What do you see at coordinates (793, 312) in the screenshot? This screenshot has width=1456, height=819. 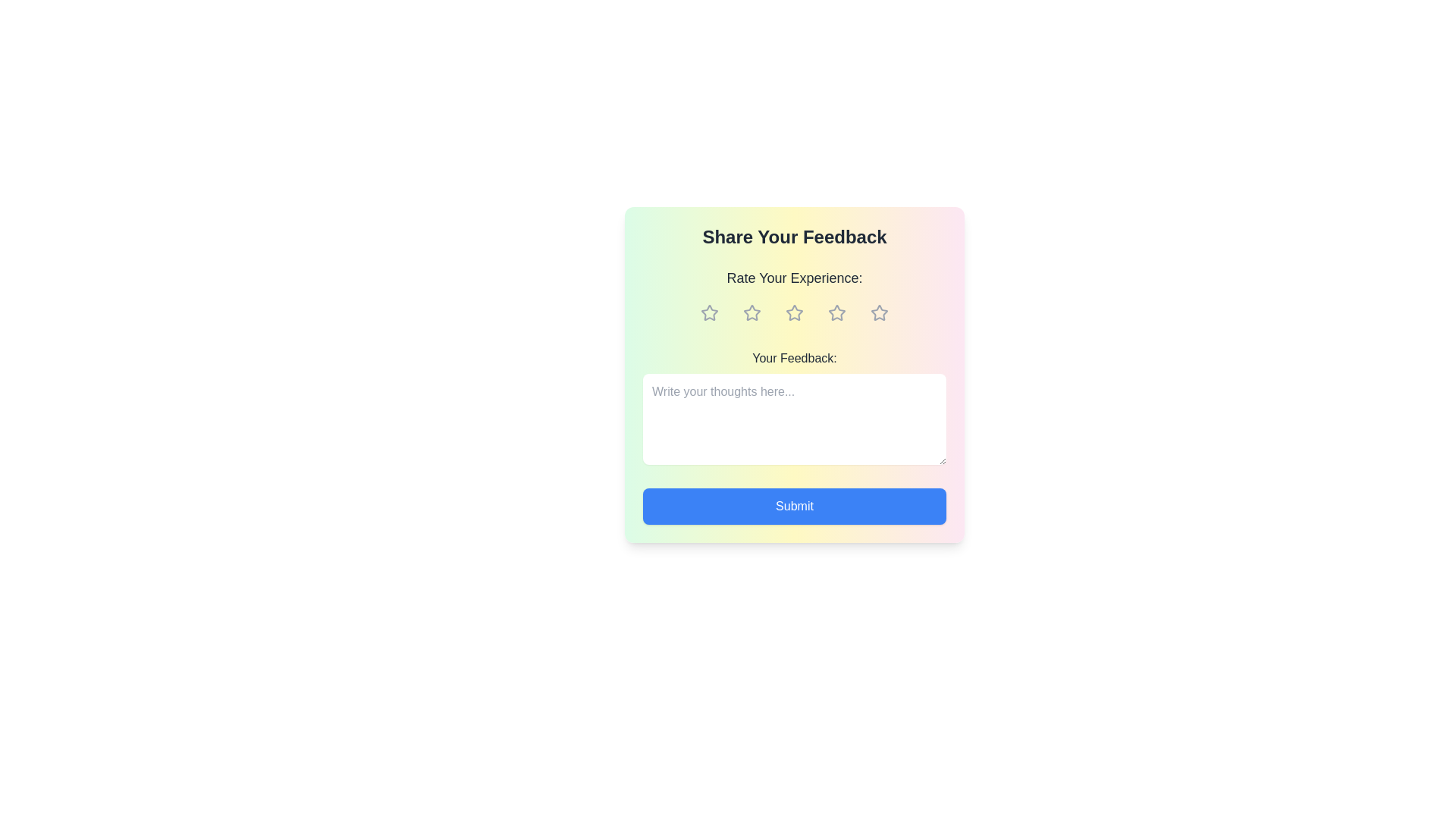 I see `the third star icon in the rating system` at bounding box center [793, 312].